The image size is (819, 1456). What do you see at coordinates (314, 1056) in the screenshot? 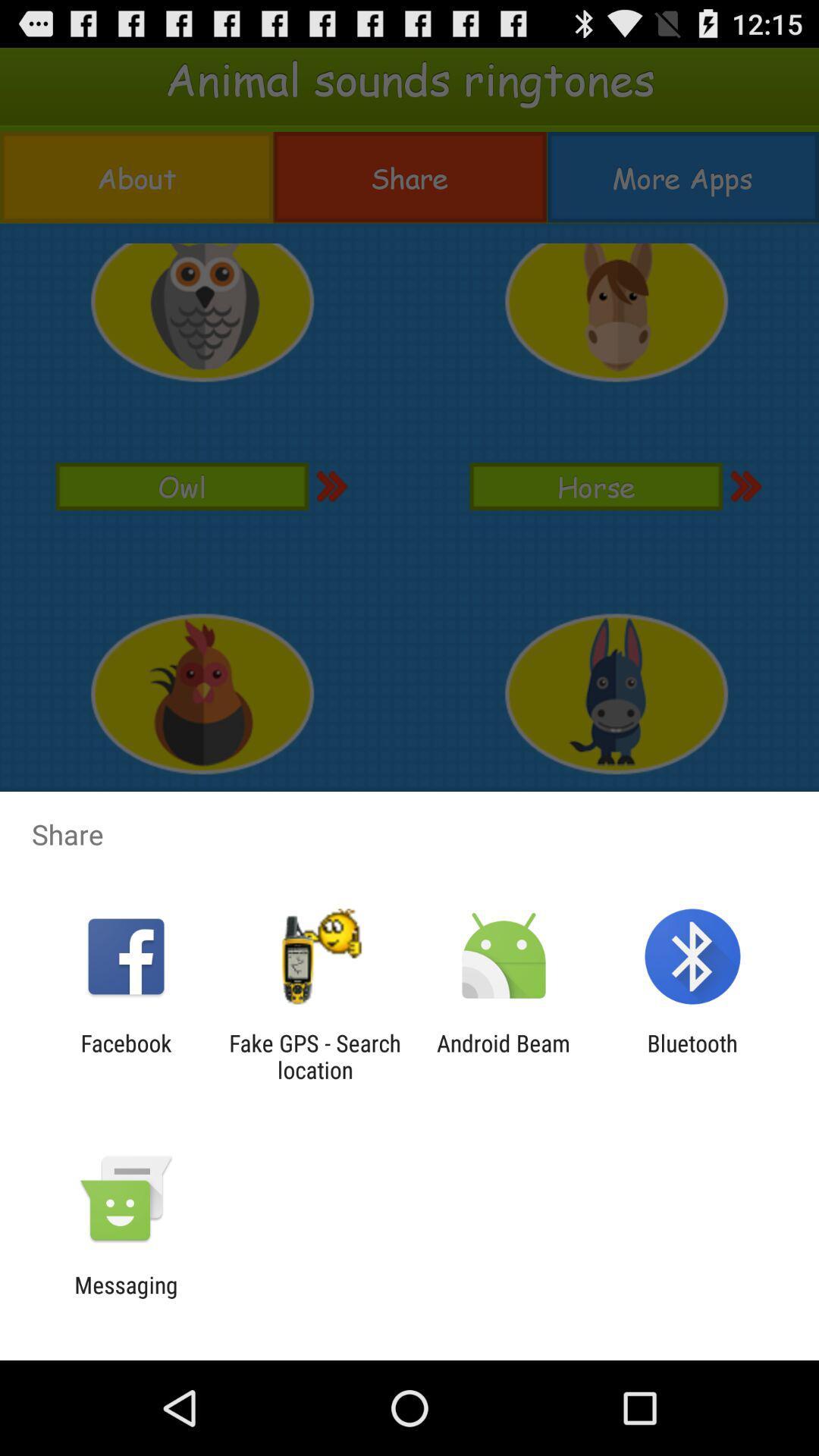
I see `icon to the right of facebook app` at bounding box center [314, 1056].